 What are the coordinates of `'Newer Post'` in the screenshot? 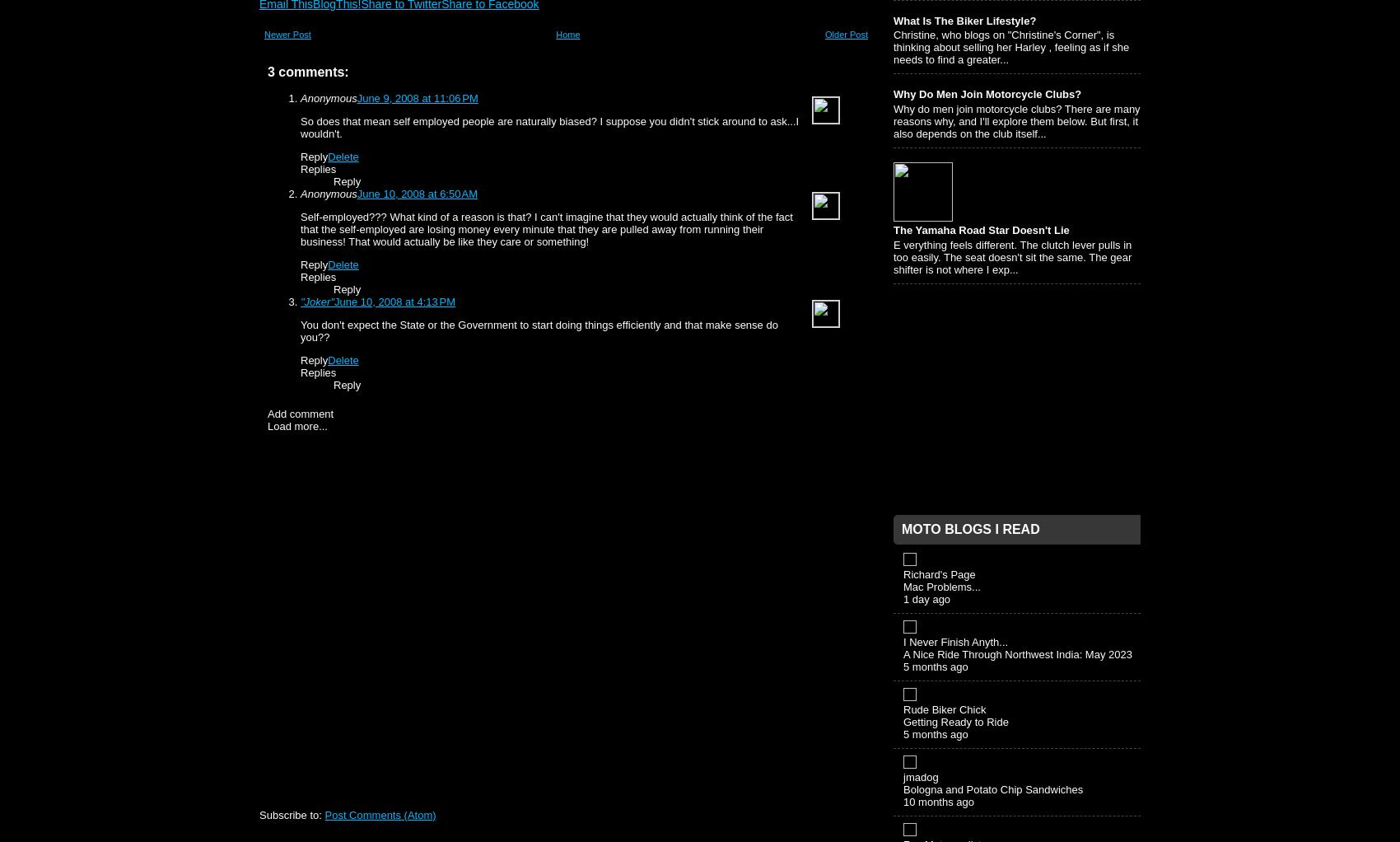 It's located at (287, 35).